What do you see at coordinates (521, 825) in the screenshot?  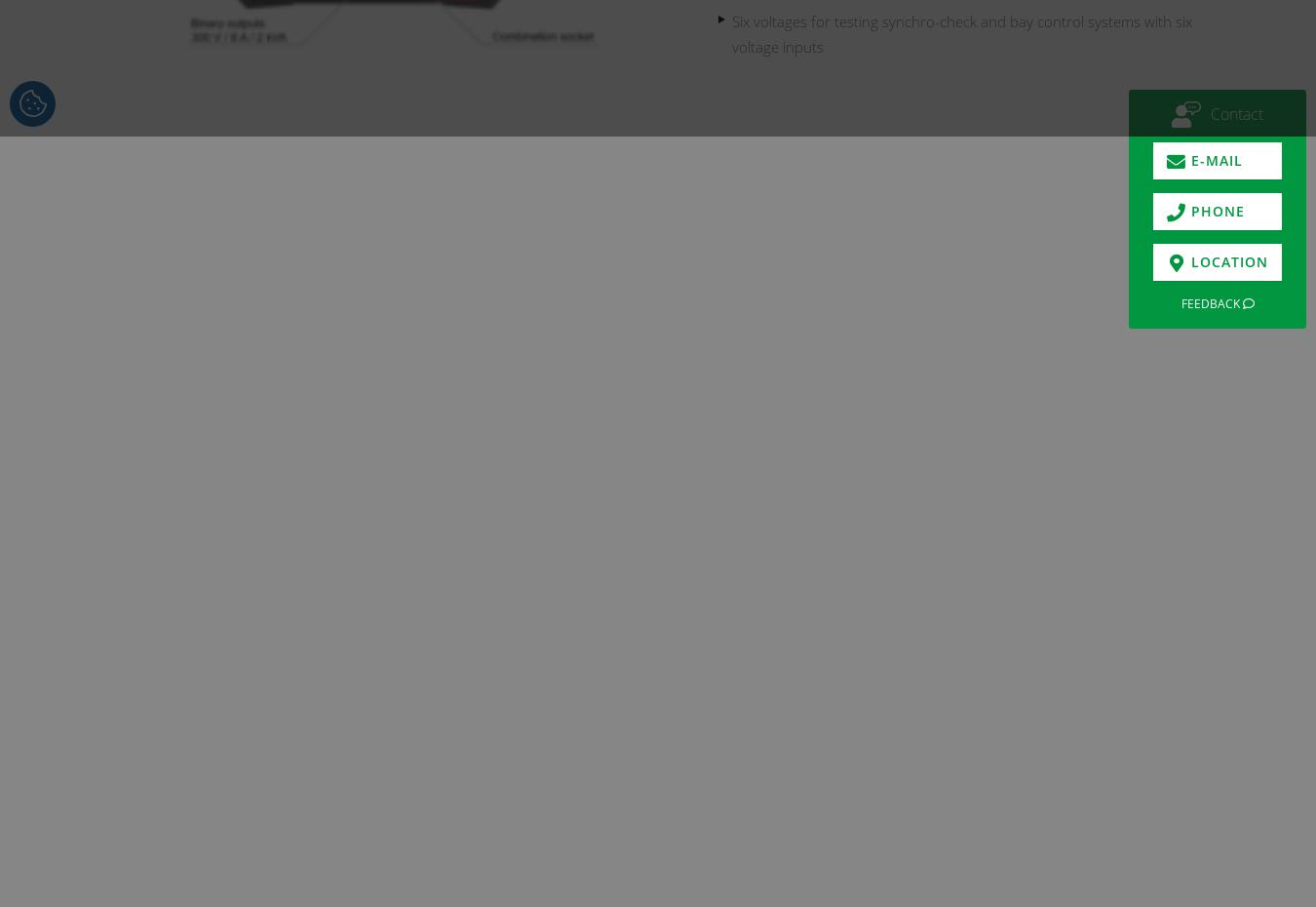 I see `'With this software the CMC test set becomes a multifunctional measurement and recording unit. You can use EnerLyzer Live in parallel with the software used for operating your CMC.'` at bounding box center [521, 825].